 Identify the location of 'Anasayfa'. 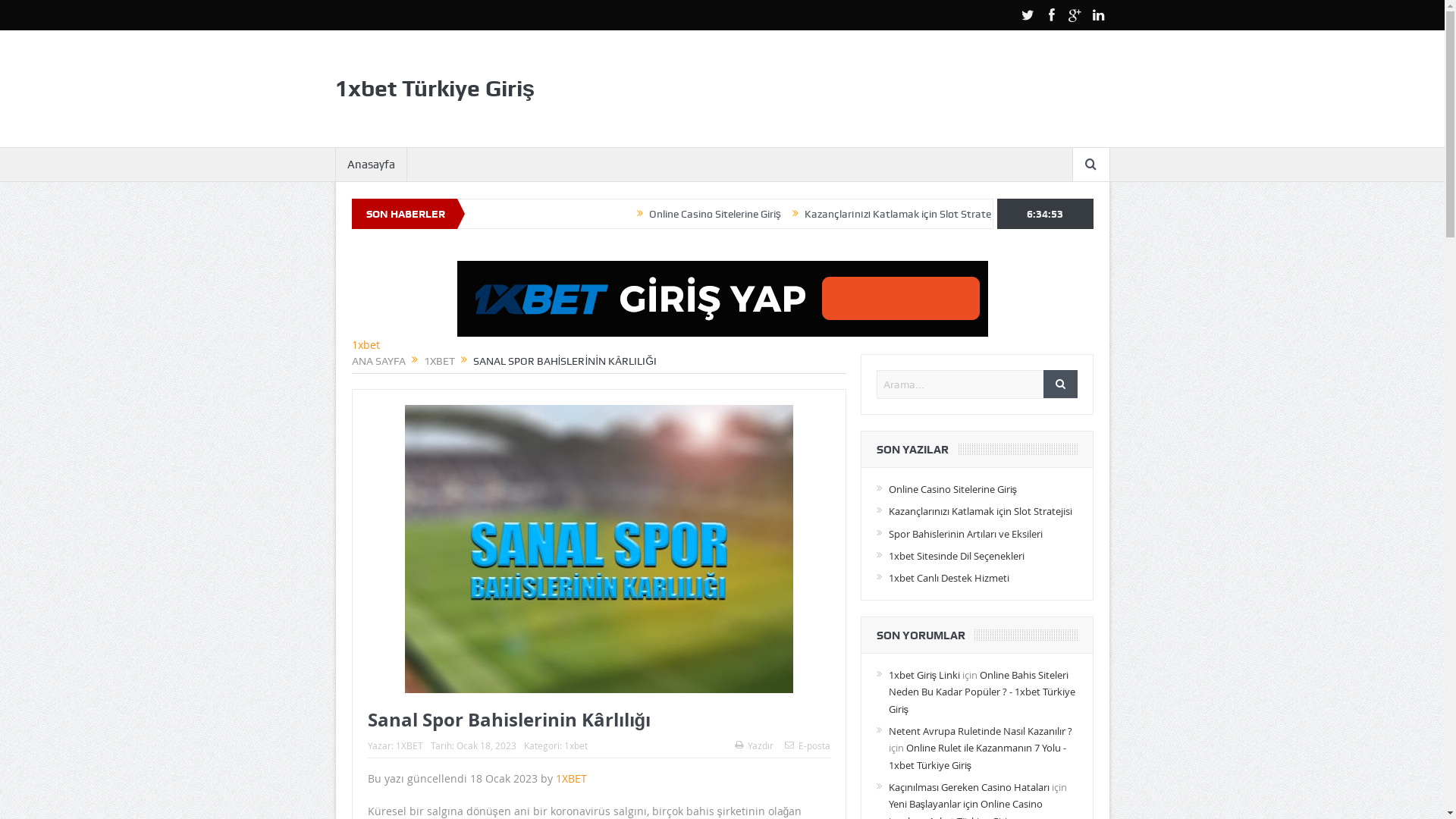
(370, 164).